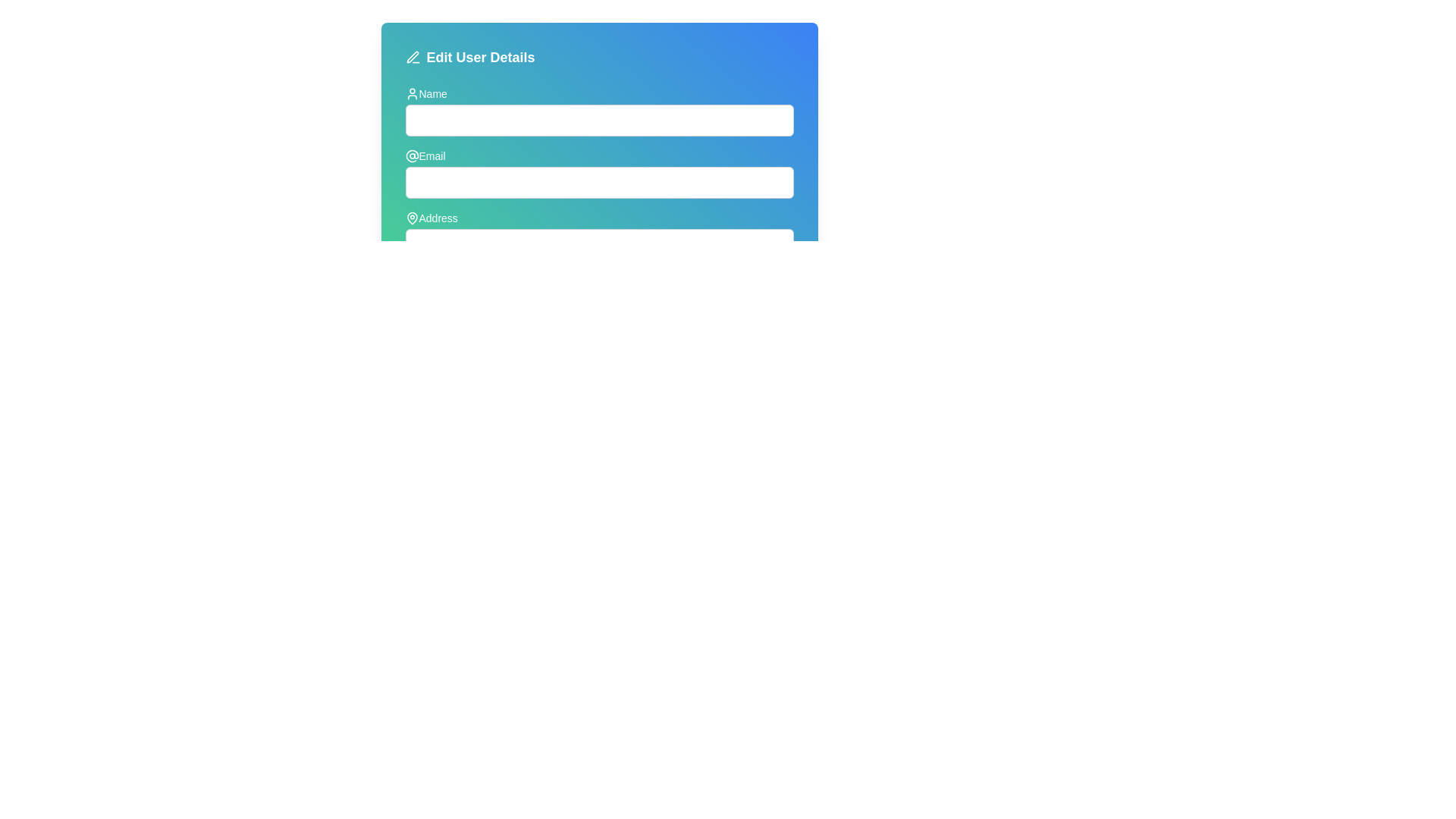 The image size is (1456, 819). What do you see at coordinates (412, 155) in the screenshot?
I see `the '@' symbol icon located in the second row of the form, adjacent to the 'Email' label` at bounding box center [412, 155].